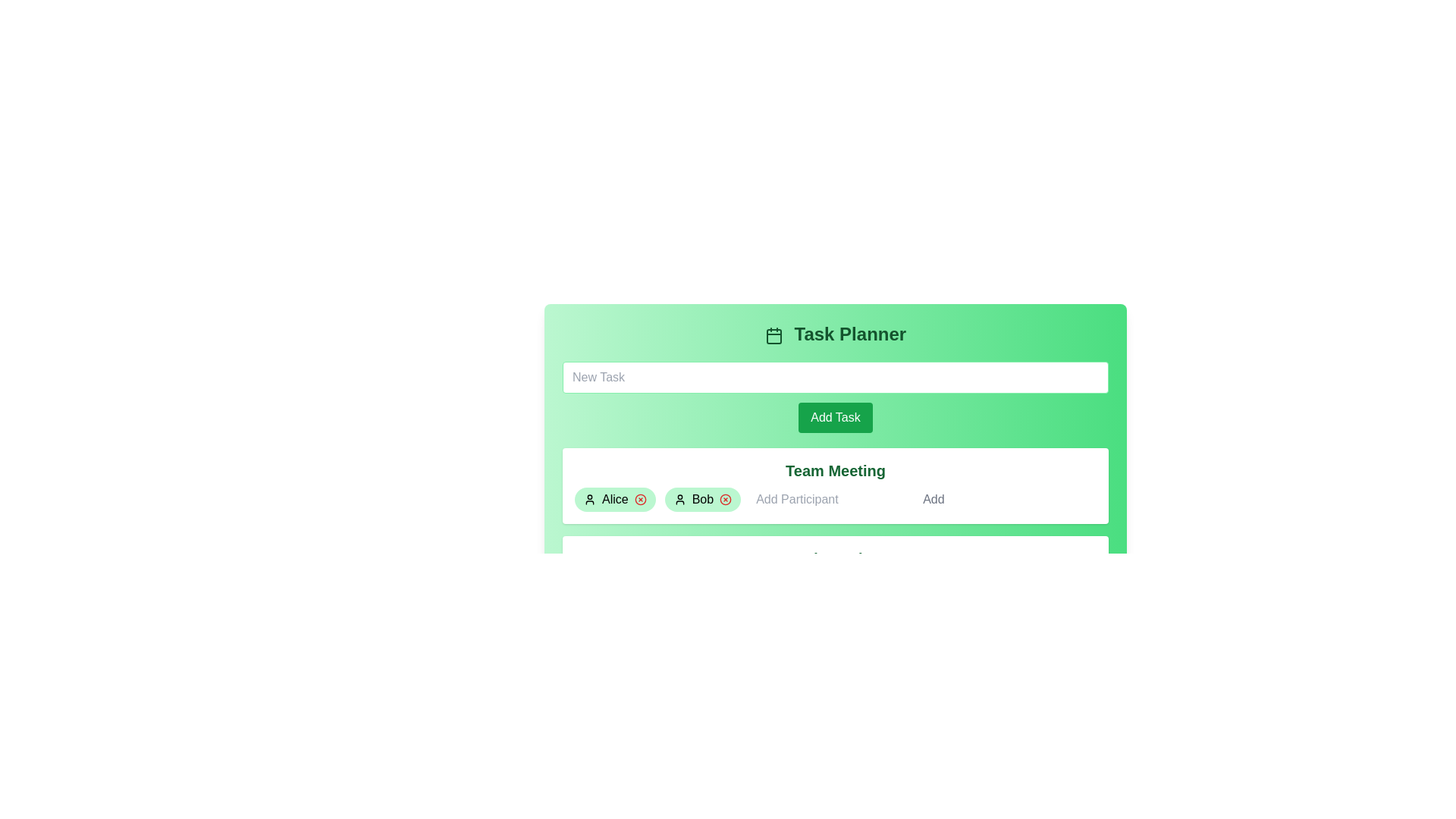 The width and height of the screenshot is (1456, 819). What do you see at coordinates (701, 500) in the screenshot?
I see `the pill-shaped participant badge representing 'Bob' in the 'Team Meeting' section` at bounding box center [701, 500].